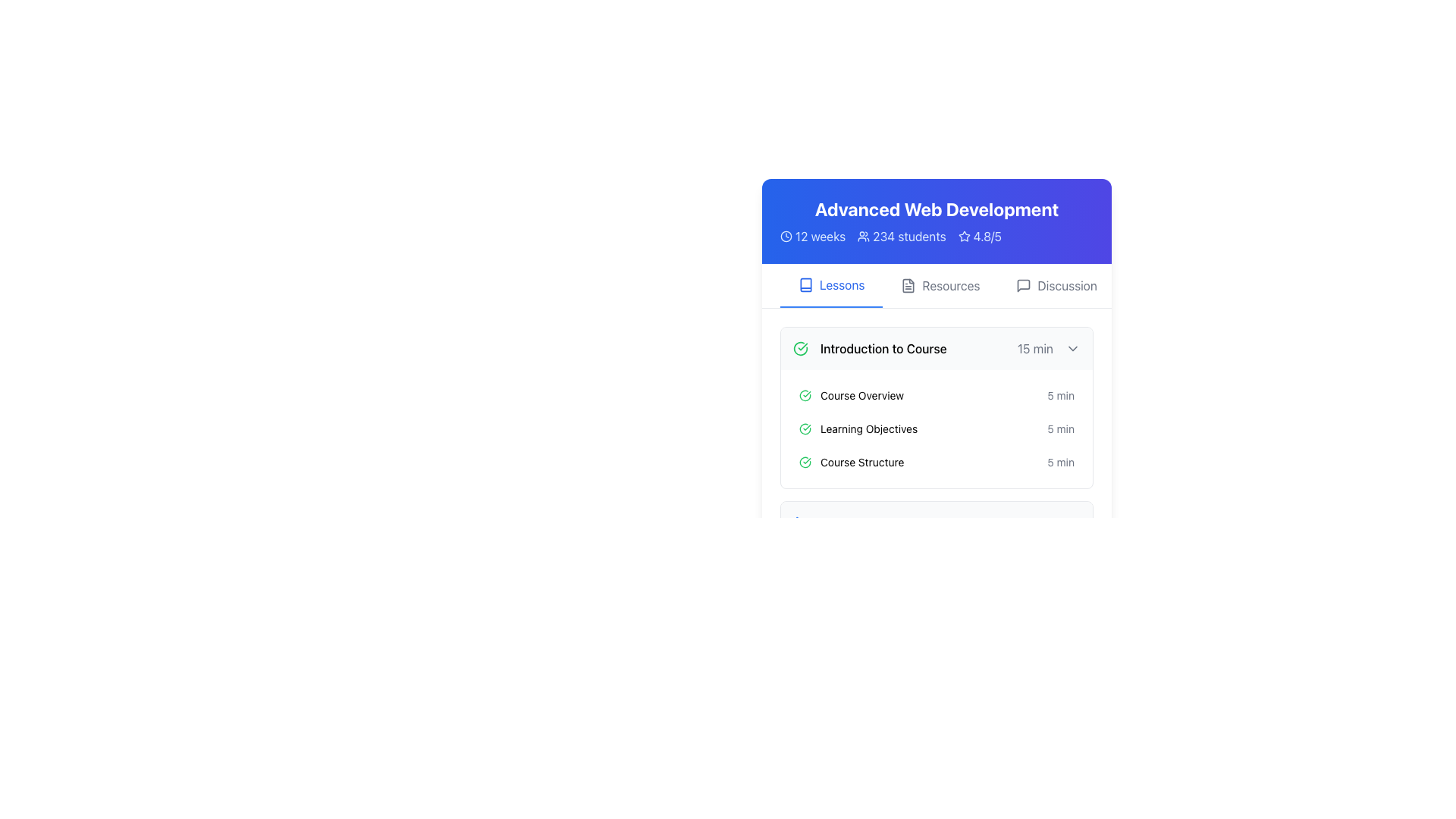 The height and width of the screenshot is (819, 1456). I want to click on the 'Resources' button in the navigation menu, so click(939, 286).